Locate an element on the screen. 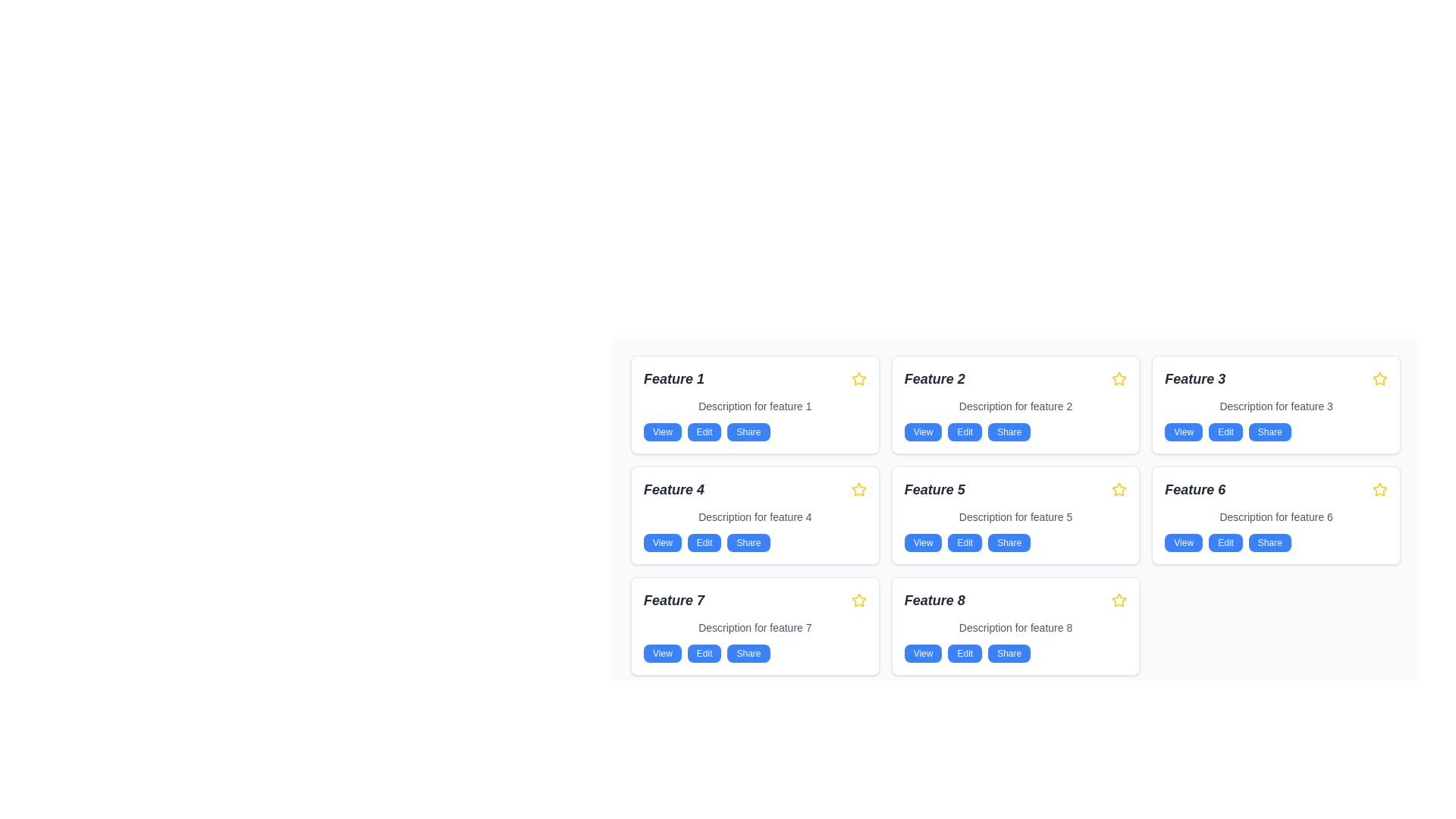 Image resolution: width=1456 pixels, height=819 pixels. the 'Feature 8' text label, which is bold, italicized, and colored dark gray, located in the bottom-right card of the feature cards grid is located at coordinates (934, 599).